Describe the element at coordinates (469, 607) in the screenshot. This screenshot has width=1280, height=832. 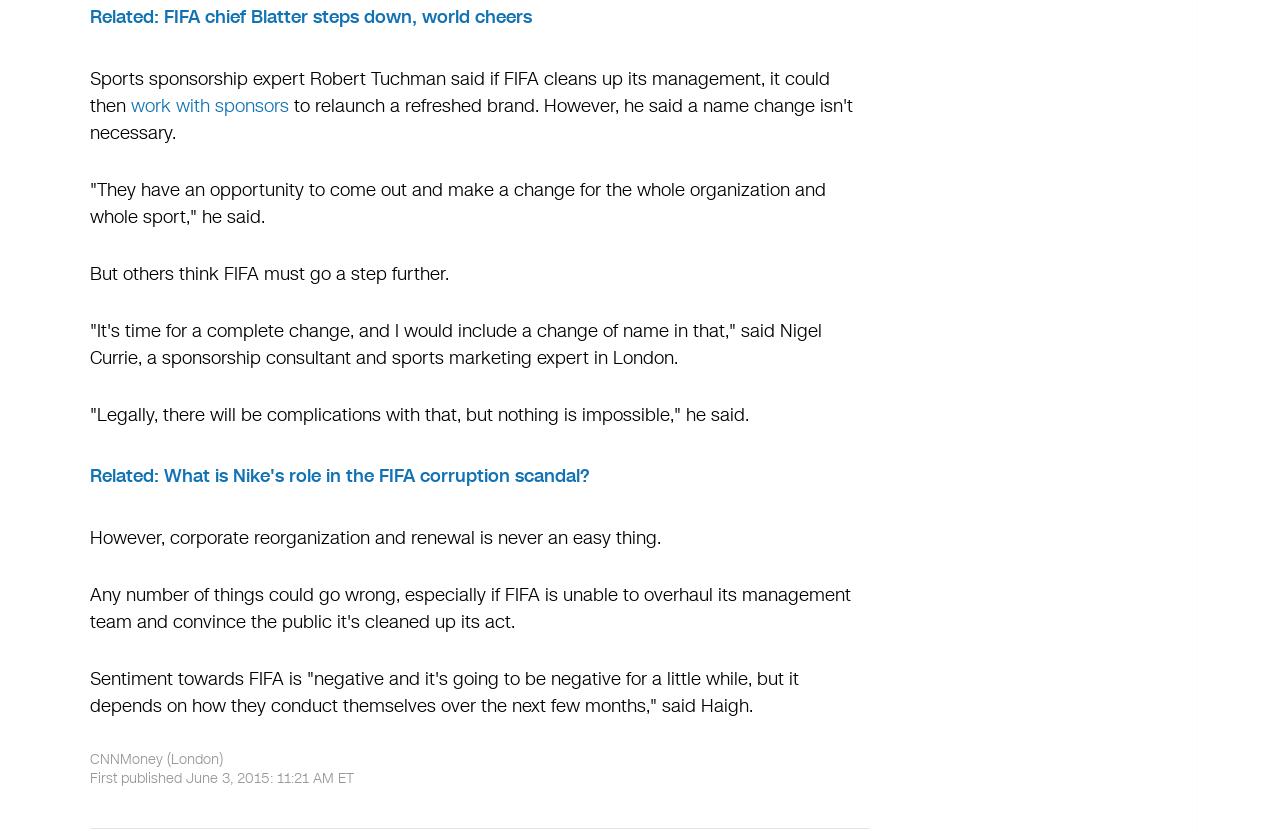
I see `'Any number of things could go wrong, especially if FIFA is unable to overhaul its management team and convince the public it's cleaned up its act.'` at that location.